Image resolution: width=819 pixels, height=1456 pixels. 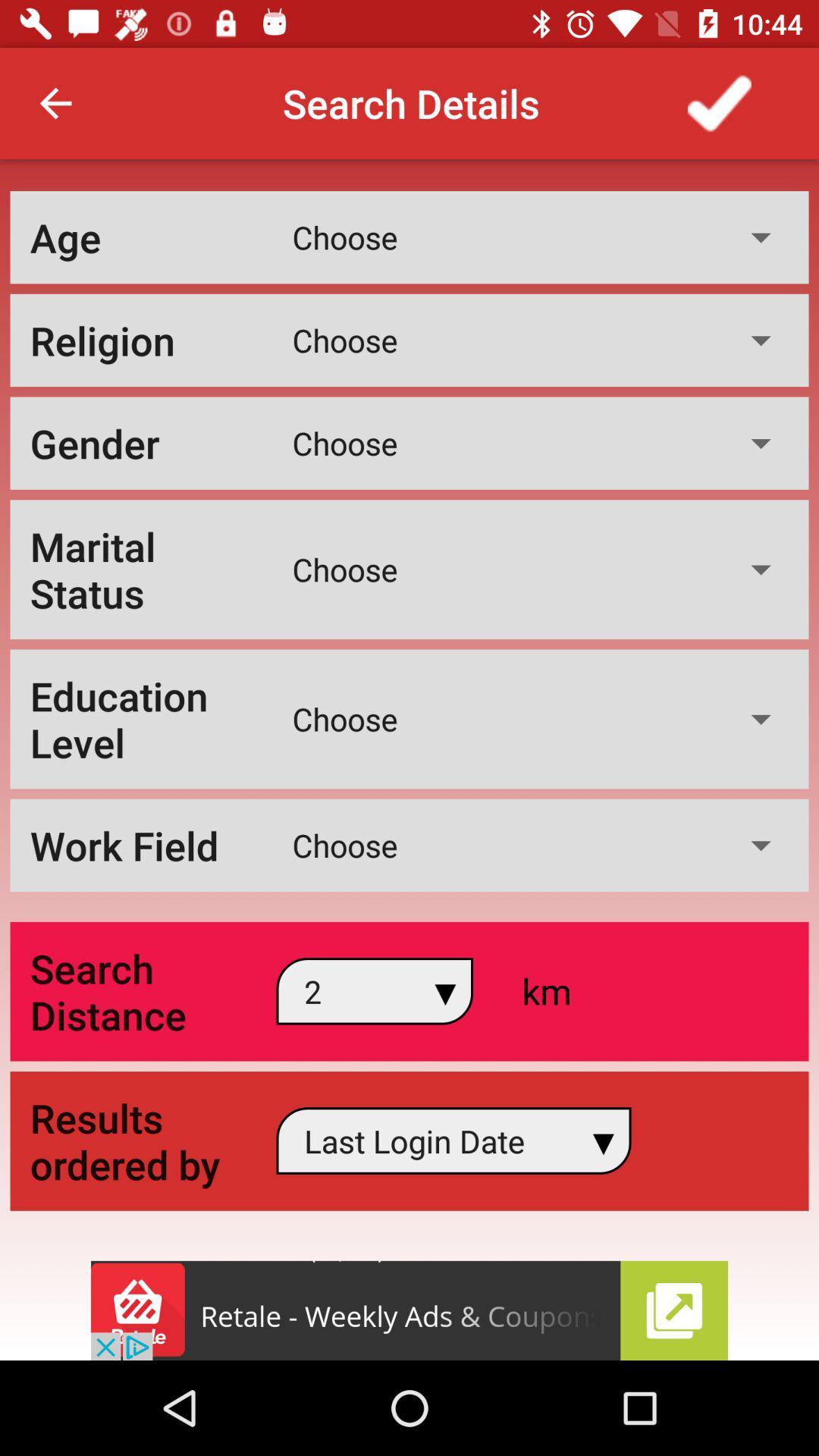 I want to click on advertisement, so click(x=409, y=1310).